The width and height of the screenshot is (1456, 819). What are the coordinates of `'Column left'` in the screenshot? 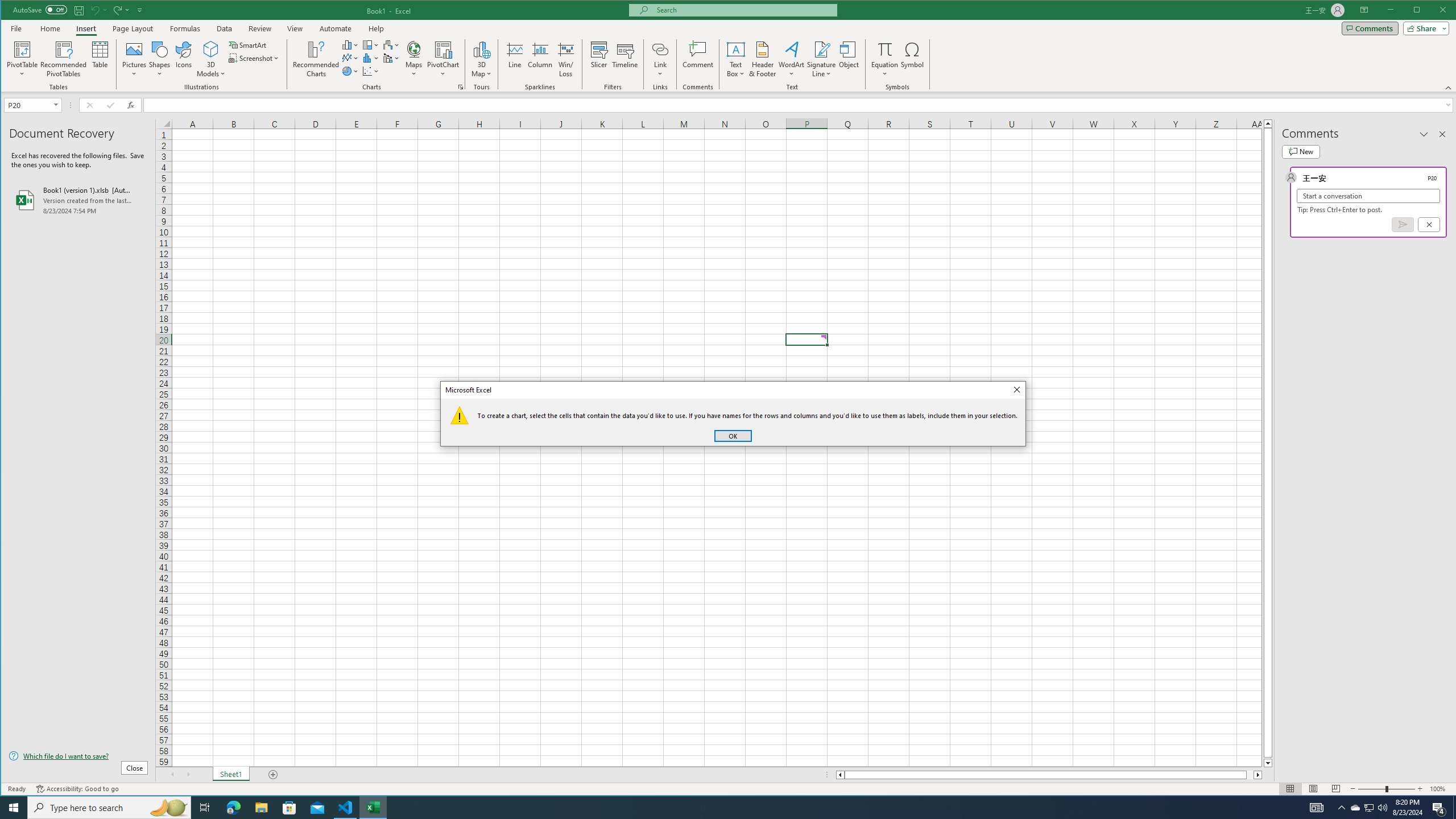 It's located at (839, 775).